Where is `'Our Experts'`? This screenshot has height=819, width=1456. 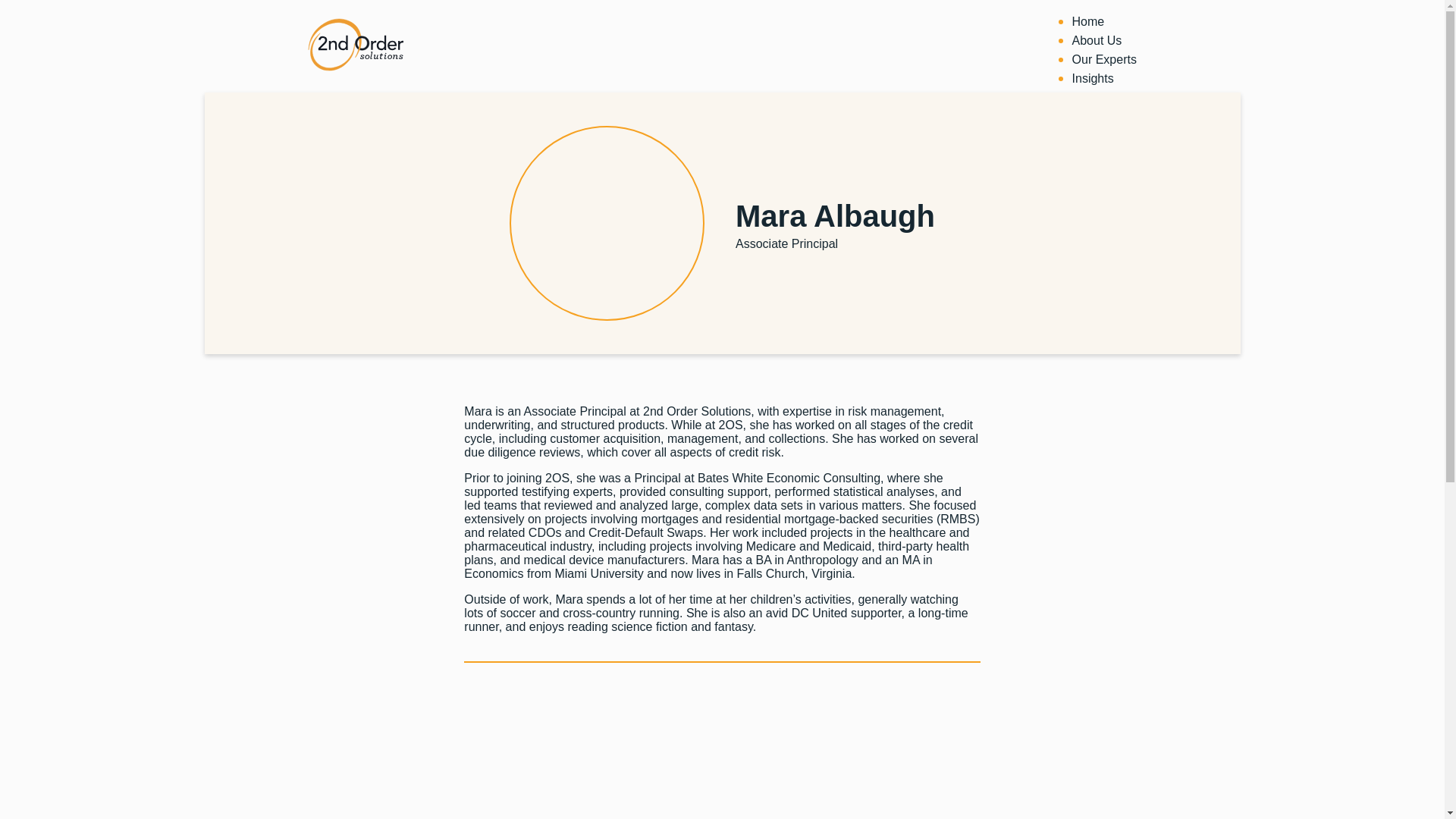
'Our Experts' is located at coordinates (1104, 58).